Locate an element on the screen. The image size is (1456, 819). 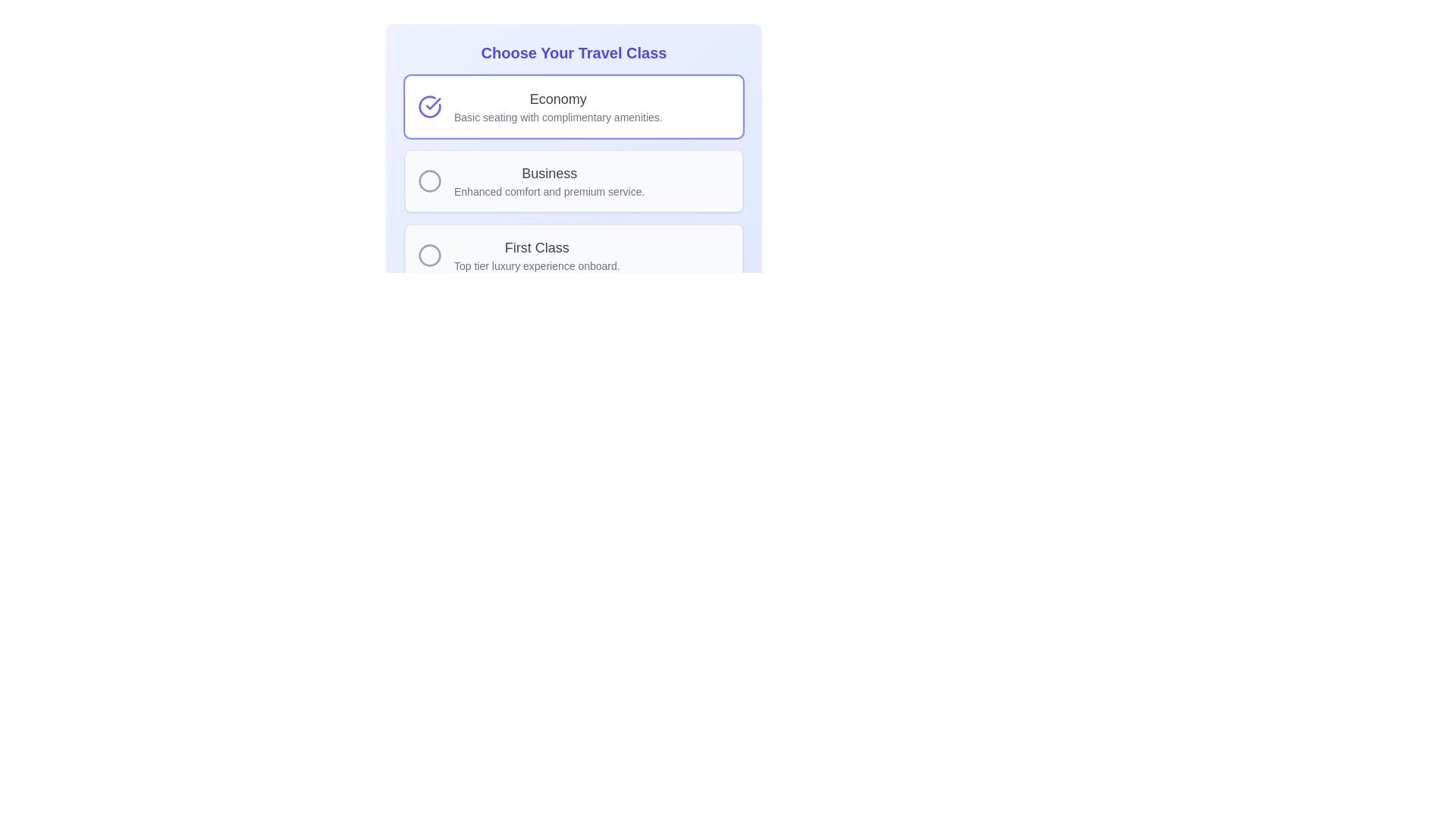
the text display element that provides details about the travel class option, which is the first selectable option in the 'Choose Your Travel Class' menu is located at coordinates (557, 106).